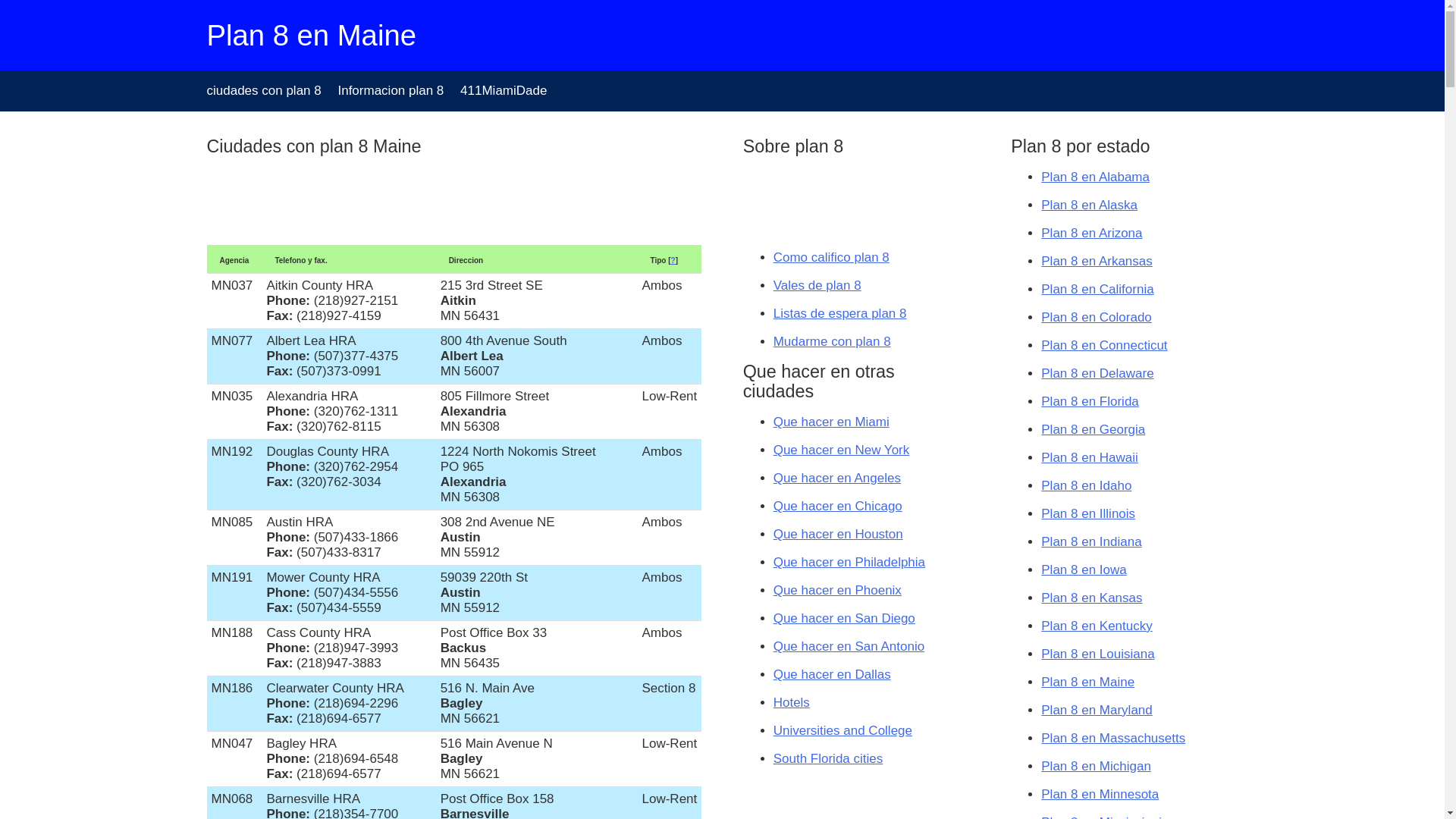 The width and height of the screenshot is (1456, 819). What do you see at coordinates (1097, 373) in the screenshot?
I see `'Plan 8 en Delaware'` at bounding box center [1097, 373].